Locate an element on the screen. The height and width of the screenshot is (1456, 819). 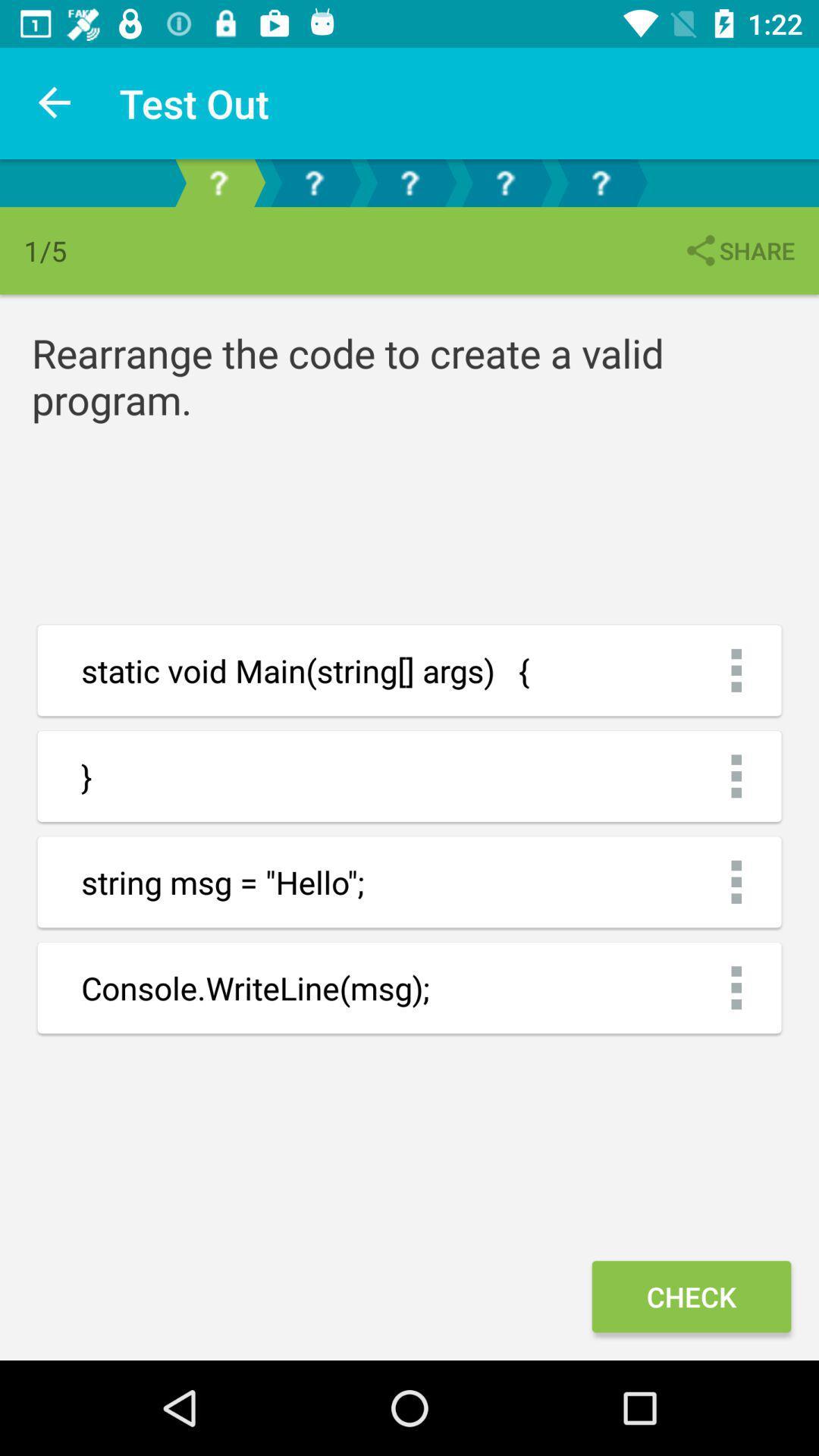
page 4 is located at coordinates (505, 182).